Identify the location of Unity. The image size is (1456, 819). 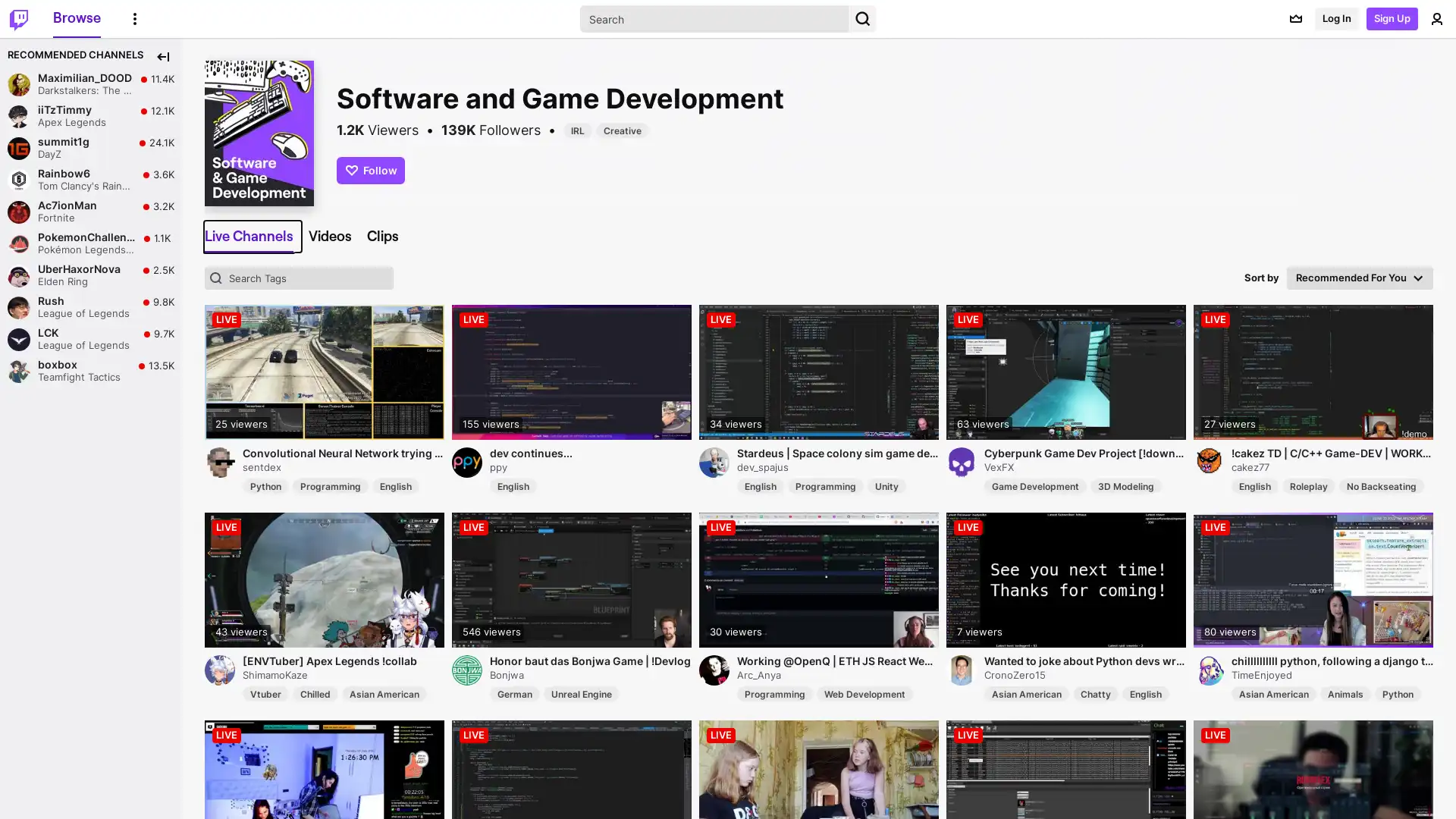
(886, 485).